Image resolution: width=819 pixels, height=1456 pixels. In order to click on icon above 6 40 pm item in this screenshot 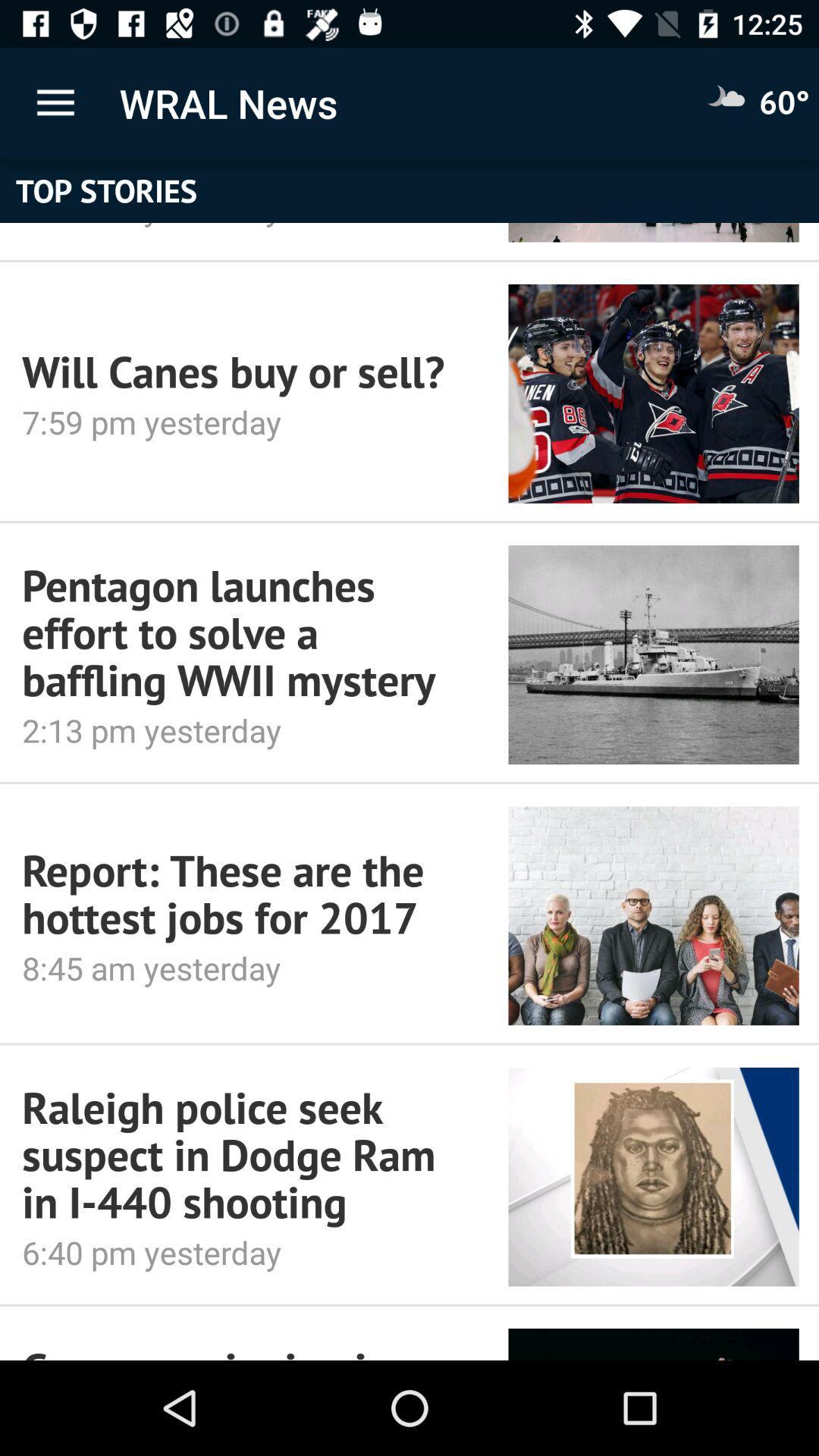, I will do `click(243, 1154)`.